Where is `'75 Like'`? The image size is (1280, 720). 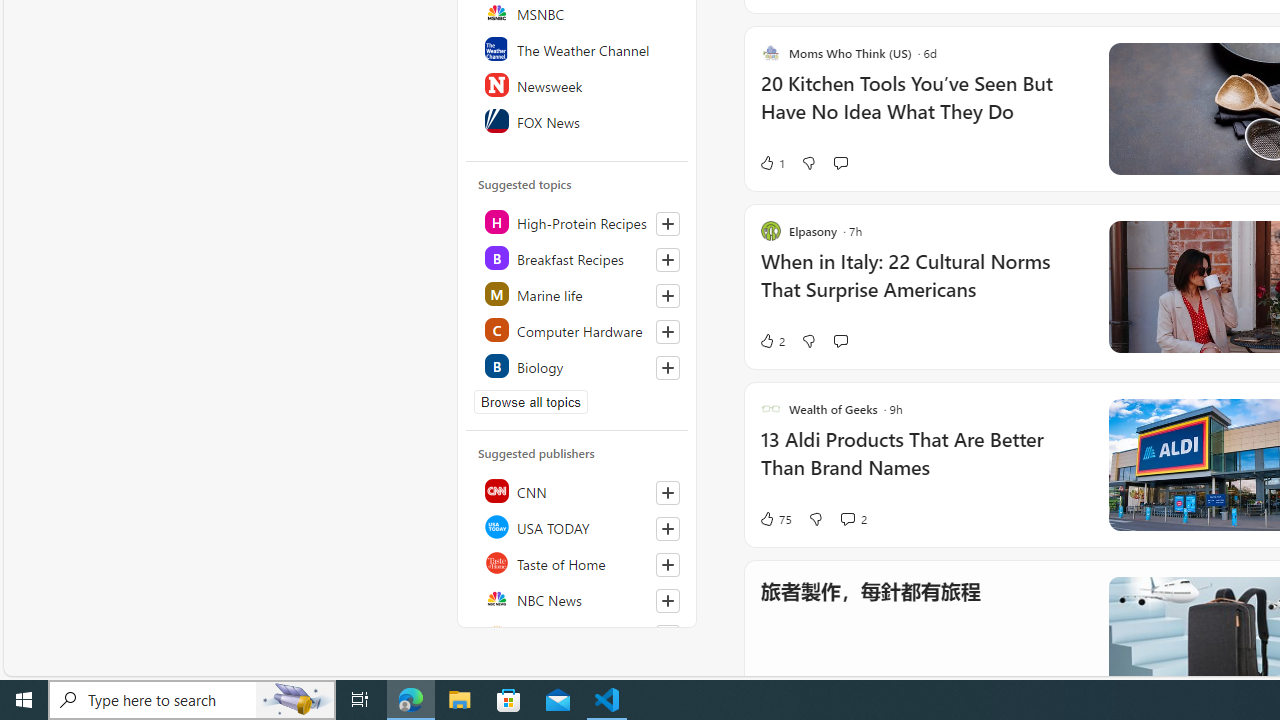 '75 Like' is located at coordinates (774, 518).